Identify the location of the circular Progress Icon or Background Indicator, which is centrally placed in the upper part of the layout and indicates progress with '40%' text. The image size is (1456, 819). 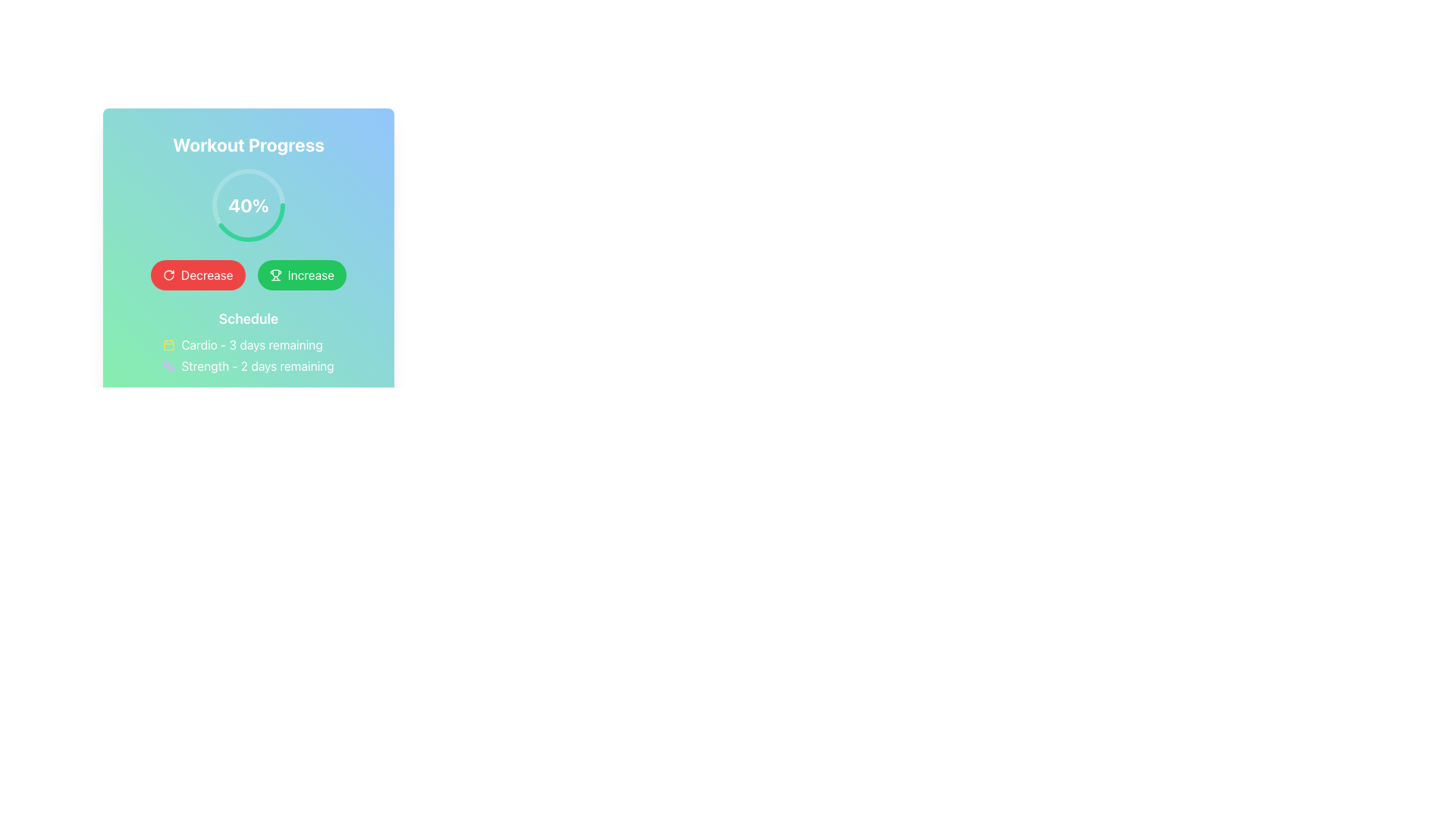
(248, 205).